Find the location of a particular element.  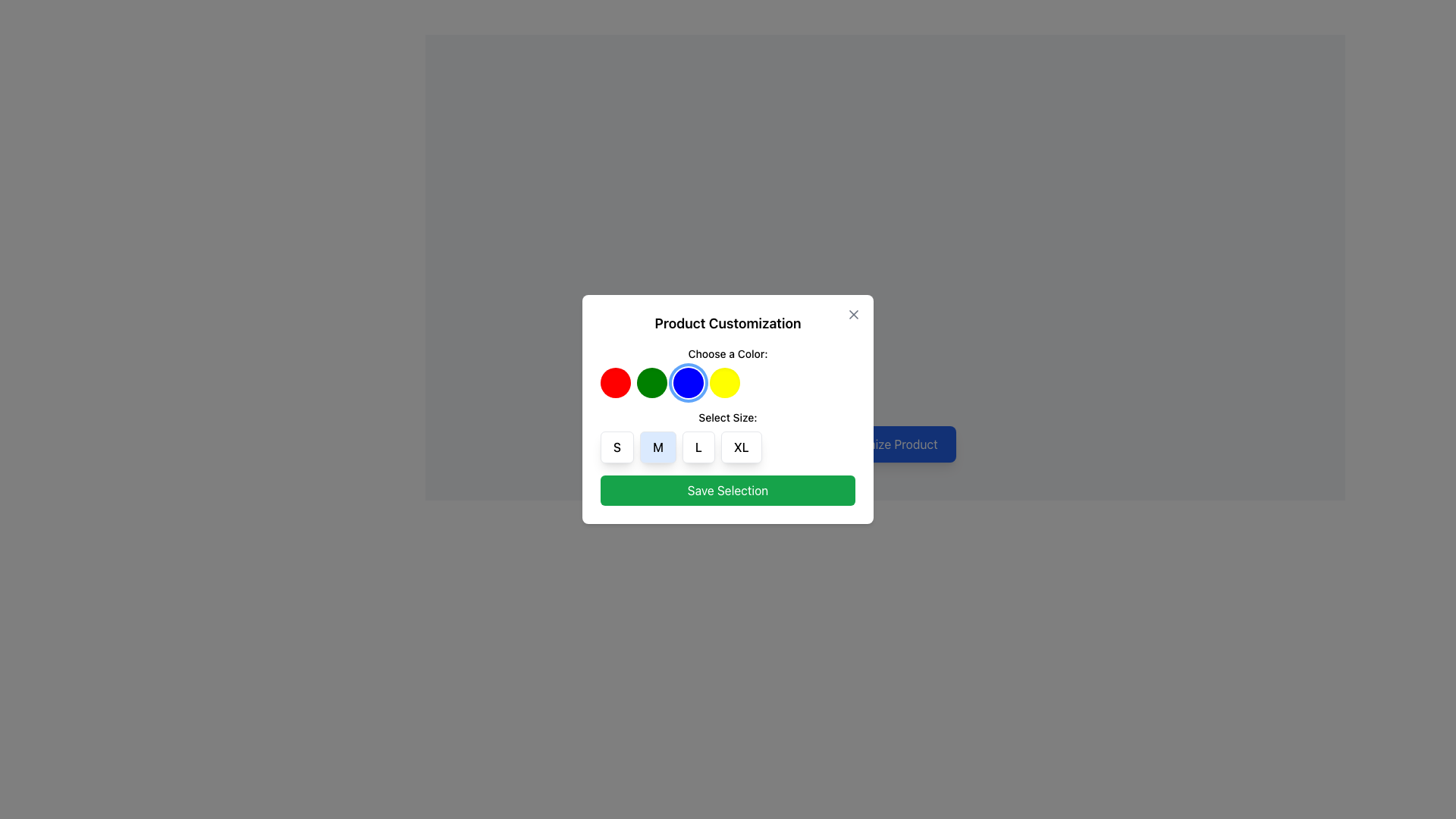

the title text label of the modal that indicates product customization options, located at the top section of the window is located at coordinates (728, 323).